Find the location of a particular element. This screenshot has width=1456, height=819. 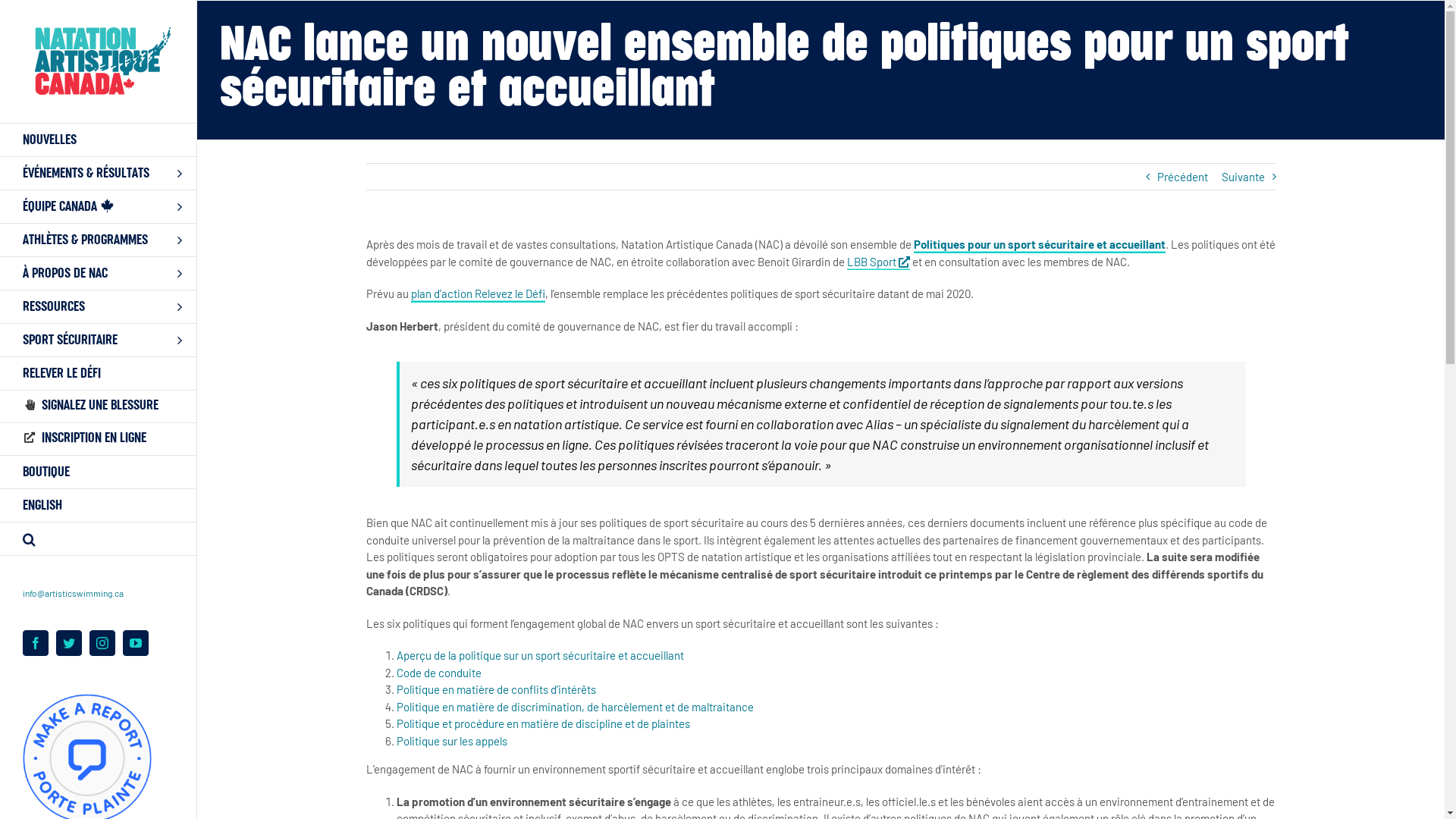

'Suivante' is located at coordinates (1242, 175).